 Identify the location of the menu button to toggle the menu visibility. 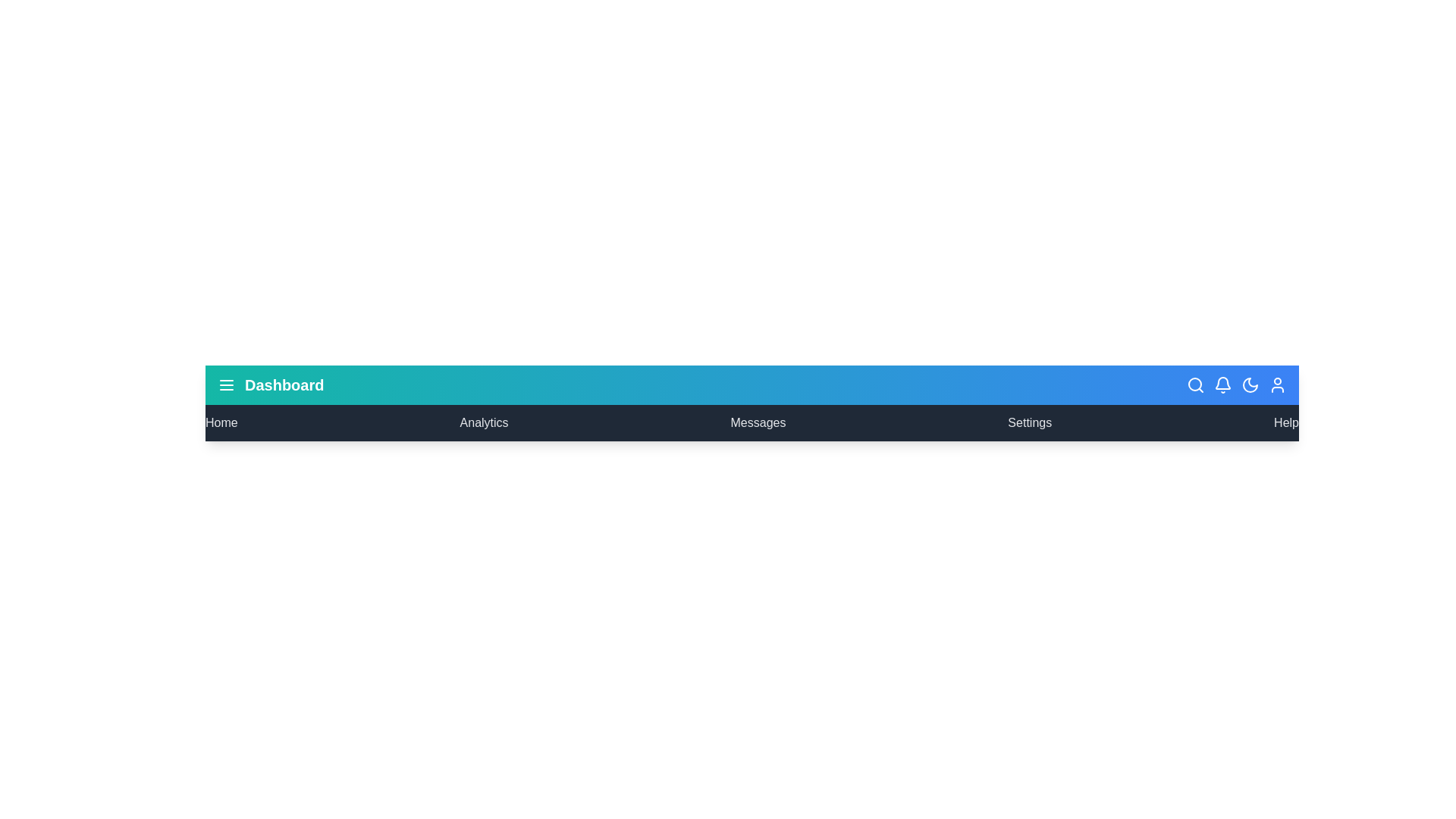
(225, 384).